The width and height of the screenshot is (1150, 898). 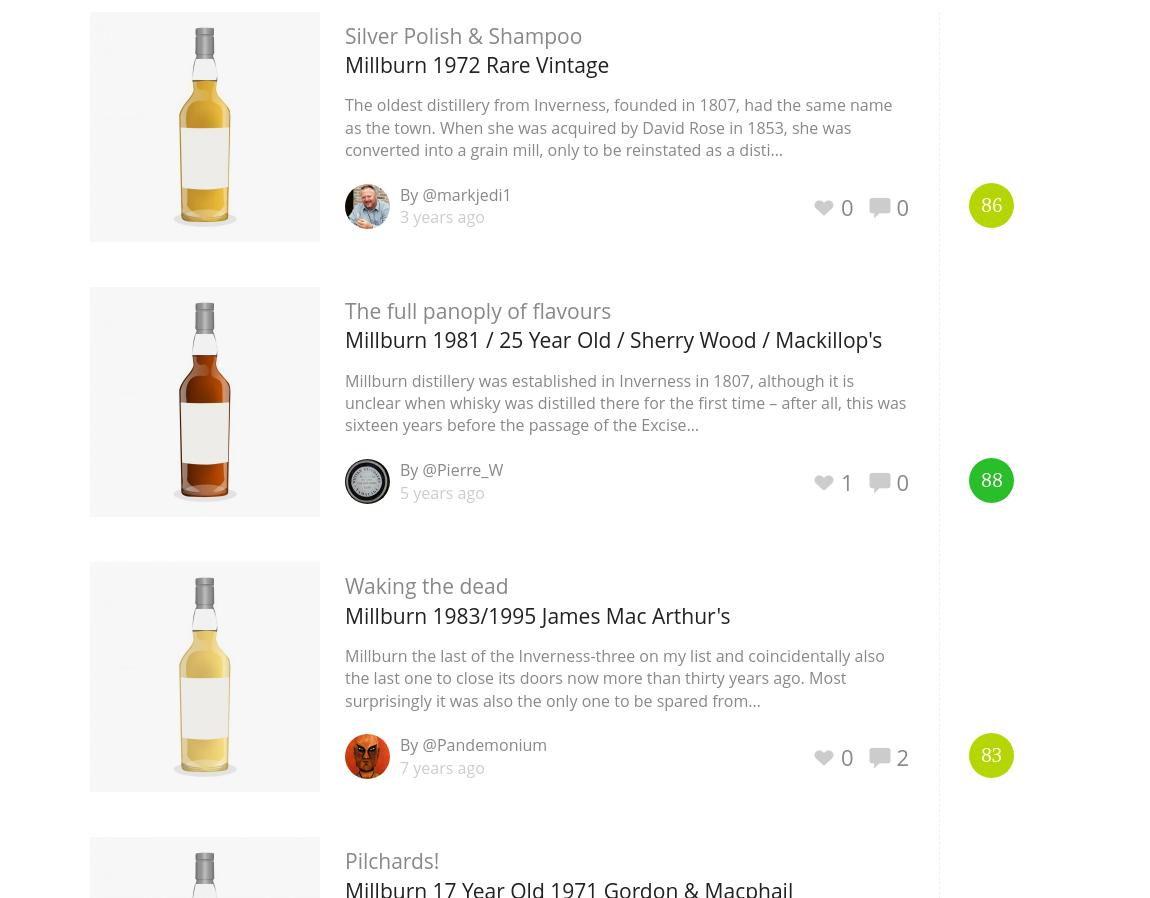 What do you see at coordinates (392, 861) in the screenshot?
I see `'Pilchards!'` at bounding box center [392, 861].